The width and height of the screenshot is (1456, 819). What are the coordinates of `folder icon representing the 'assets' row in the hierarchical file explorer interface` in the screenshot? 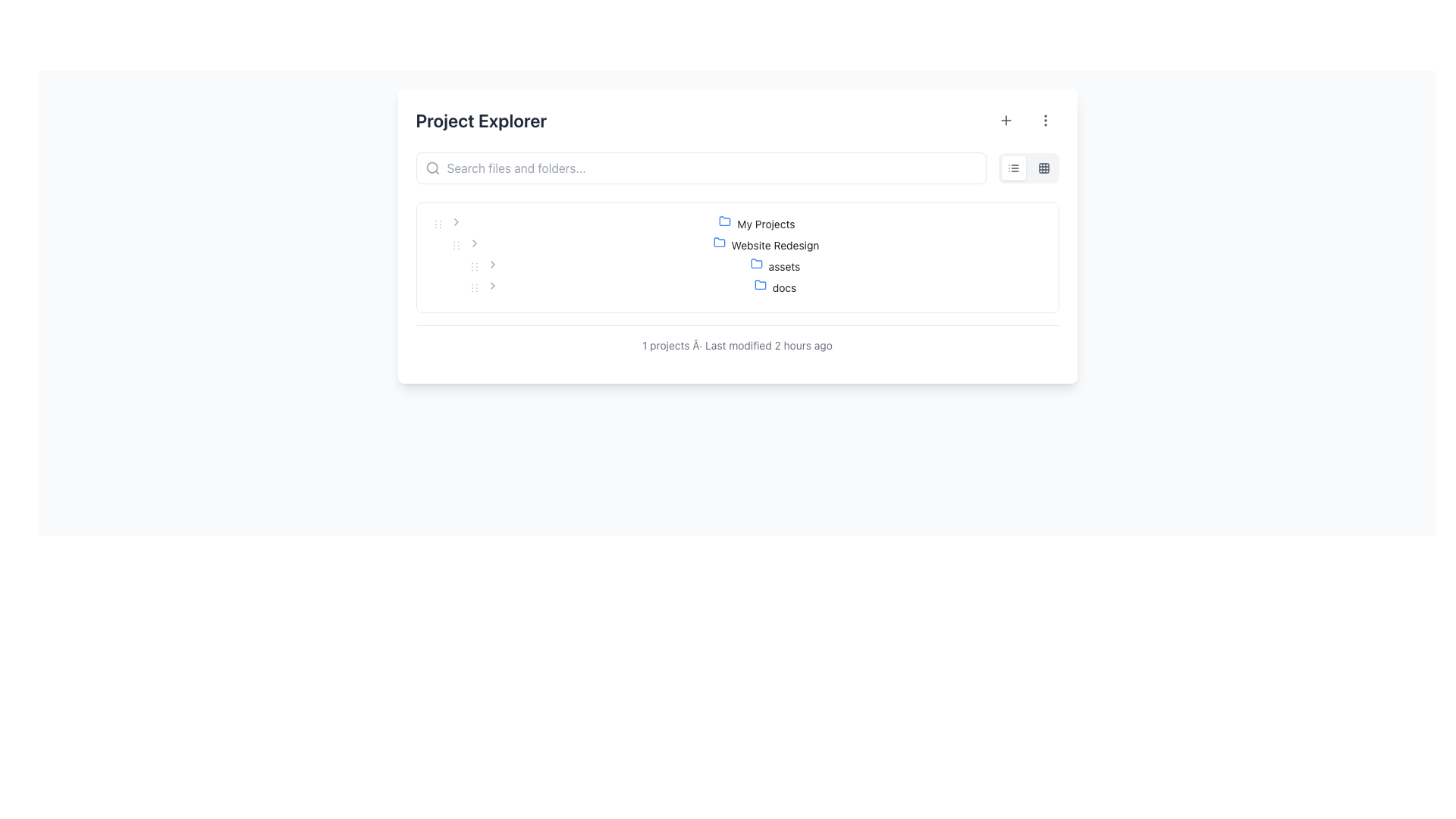 It's located at (759, 265).